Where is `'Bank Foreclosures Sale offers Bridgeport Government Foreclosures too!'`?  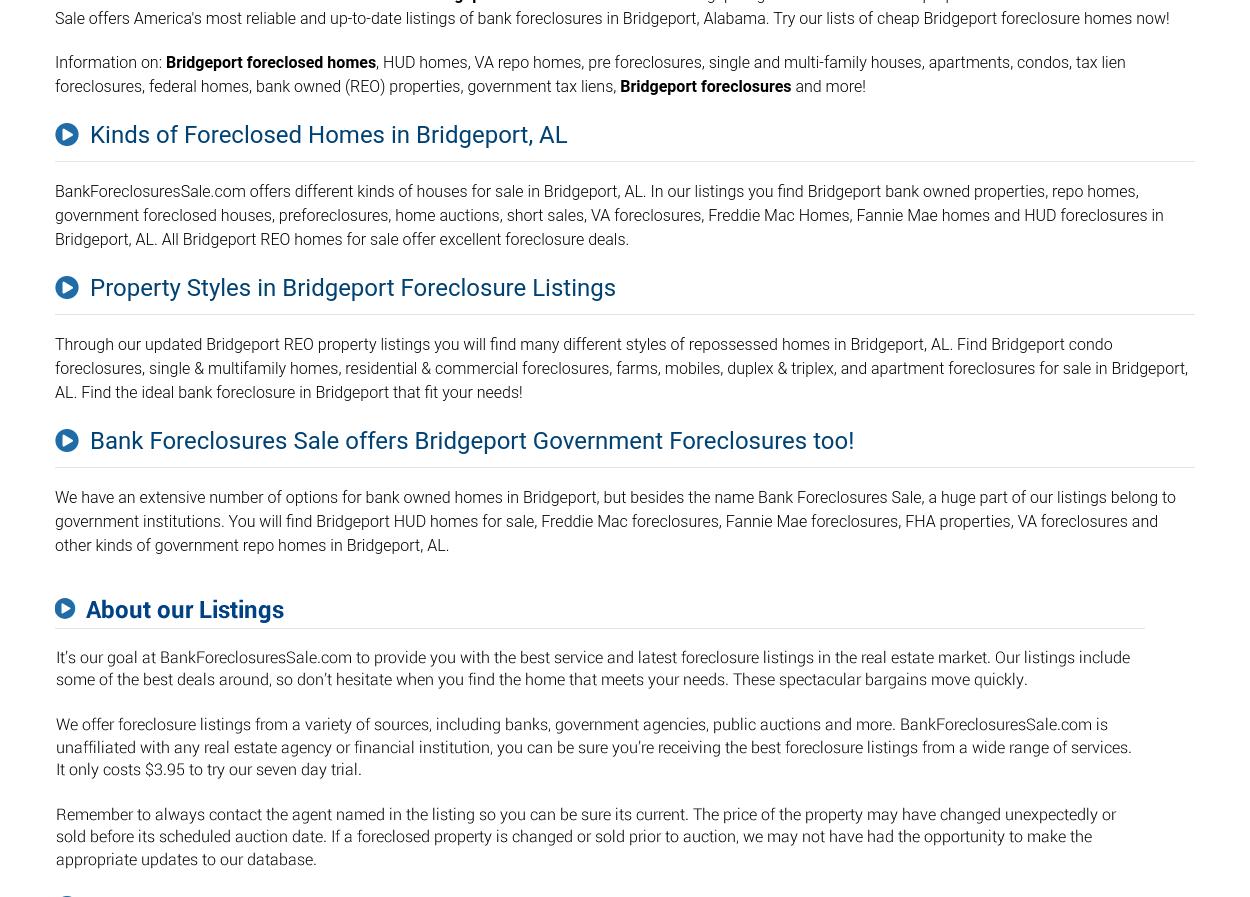
'Bank Foreclosures Sale offers Bridgeport Government Foreclosures too!' is located at coordinates (471, 439).